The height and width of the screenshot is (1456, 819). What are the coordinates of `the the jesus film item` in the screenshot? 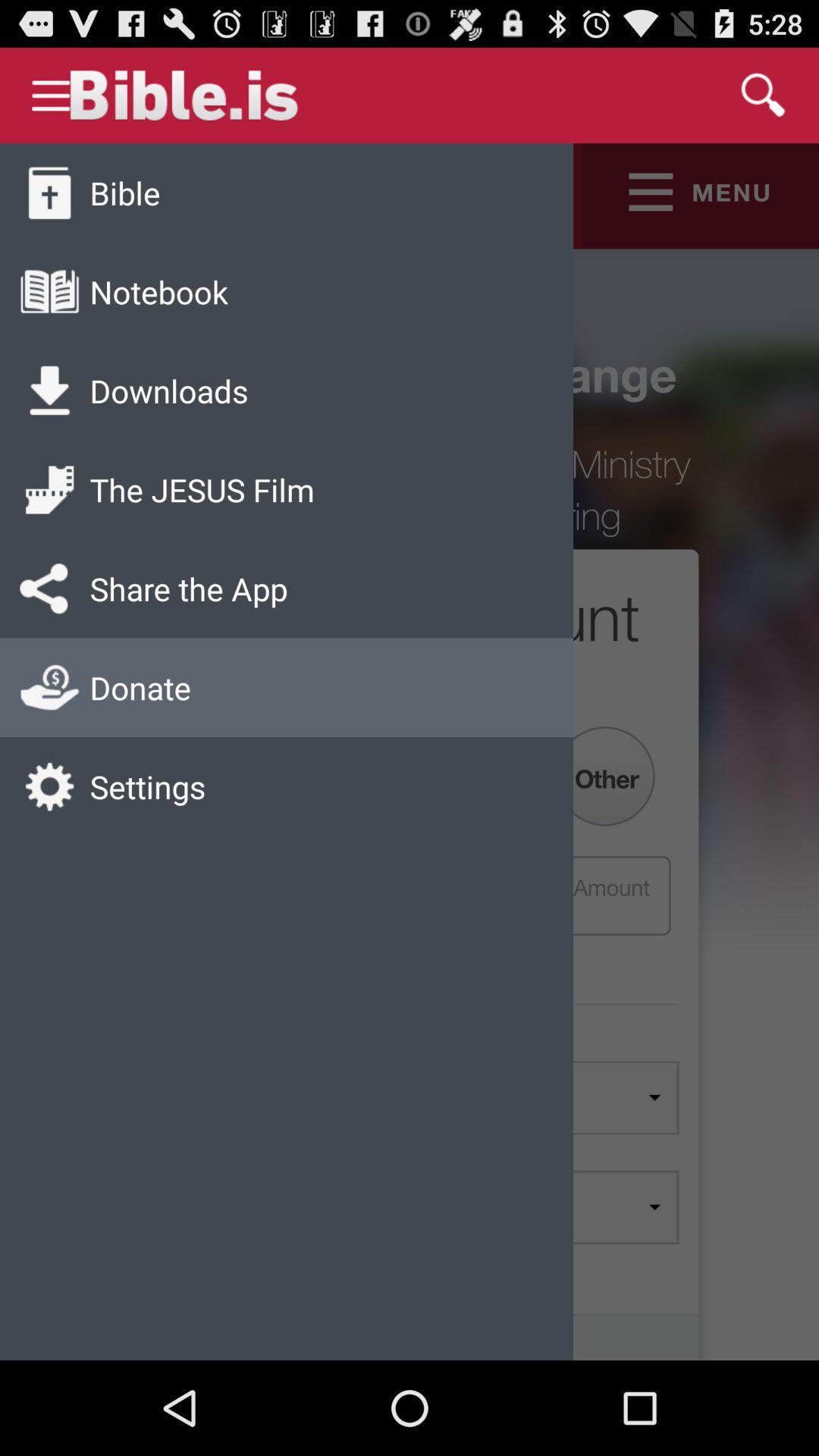 It's located at (201, 489).